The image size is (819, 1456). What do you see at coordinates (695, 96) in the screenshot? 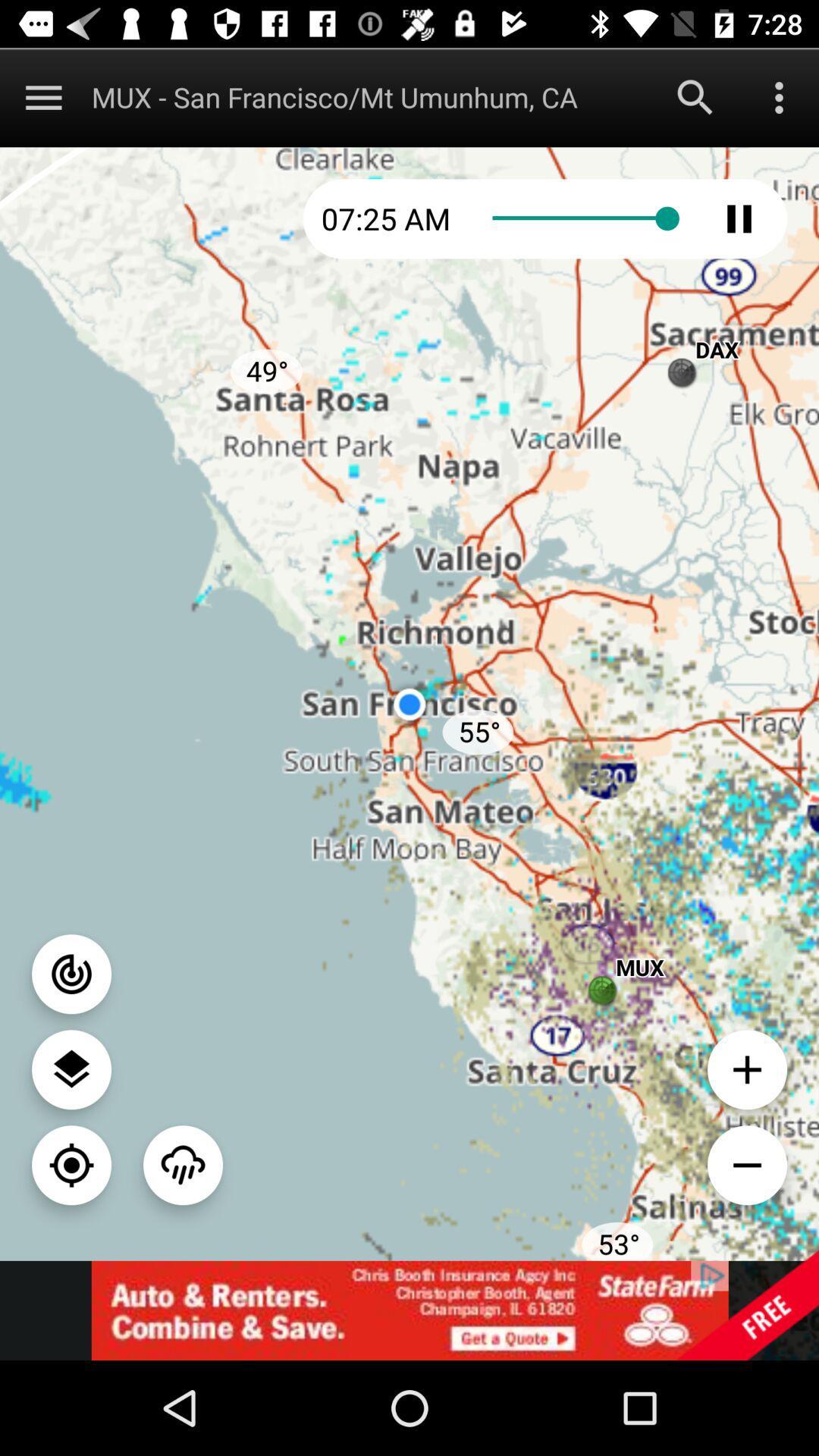
I see `execute search` at bounding box center [695, 96].